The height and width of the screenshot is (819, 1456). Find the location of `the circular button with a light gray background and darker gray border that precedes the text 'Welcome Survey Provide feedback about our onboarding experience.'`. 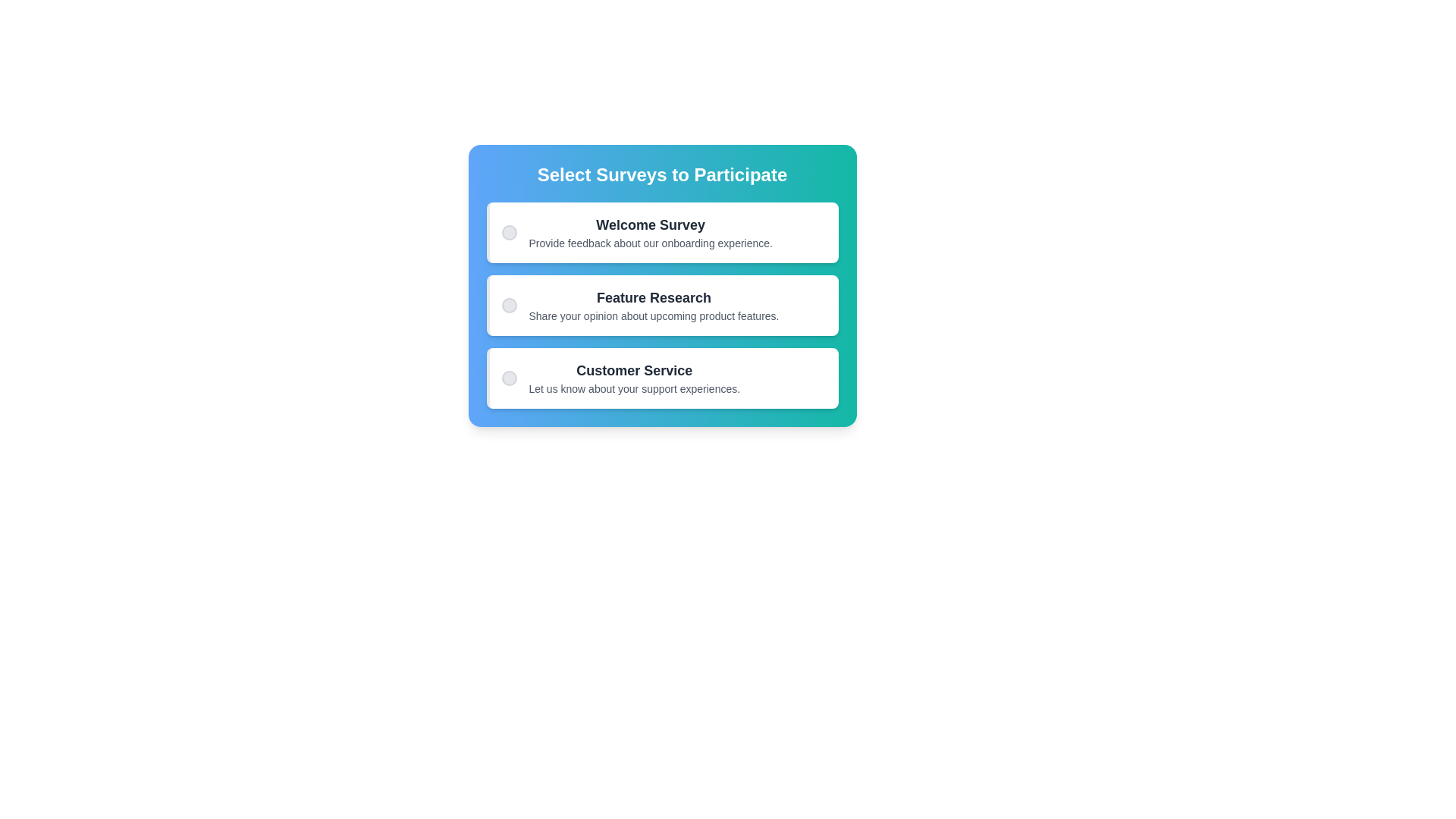

the circular button with a light gray background and darker gray border that precedes the text 'Welcome Survey Provide feedback about our onboarding experience.' is located at coordinates (509, 233).